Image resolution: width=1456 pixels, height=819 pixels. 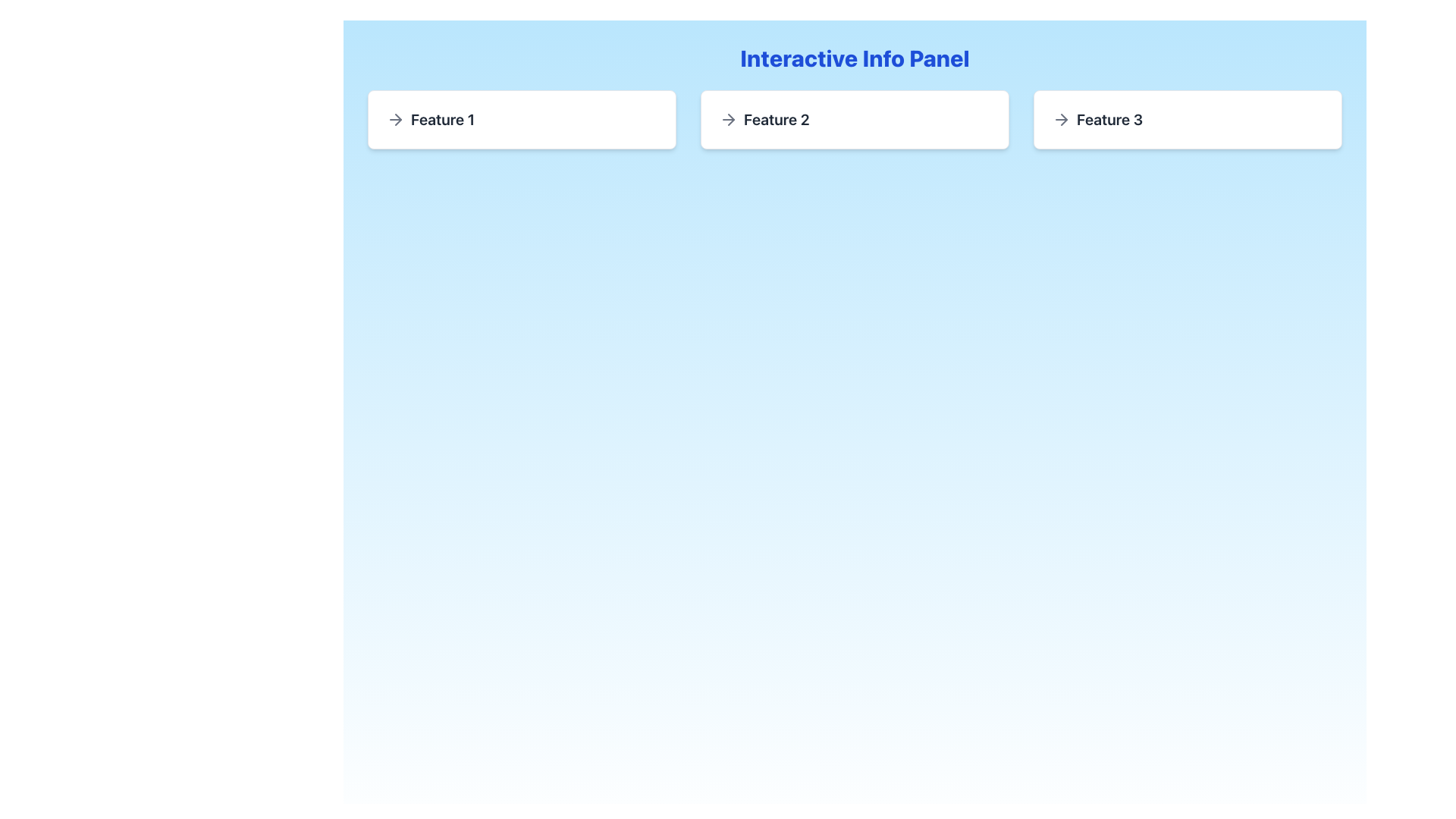 What do you see at coordinates (855, 119) in the screenshot?
I see `the 'Feature 2' button-like card component, which is the second card in a row of three under the 'Interactive Info Panel'` at bounding box center [855, 119].